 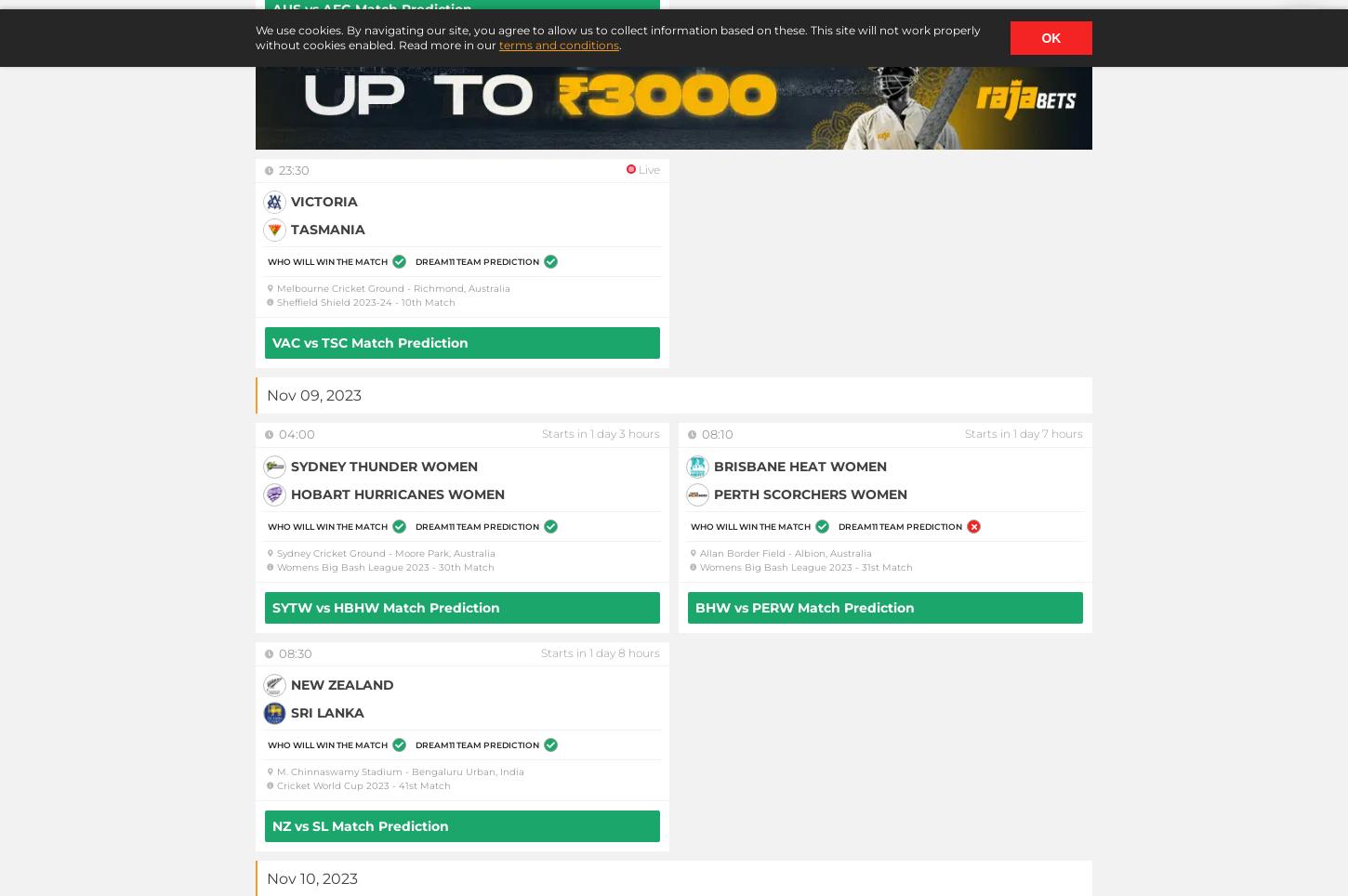 I want to click on '04:00', so click(x=297, y=433).